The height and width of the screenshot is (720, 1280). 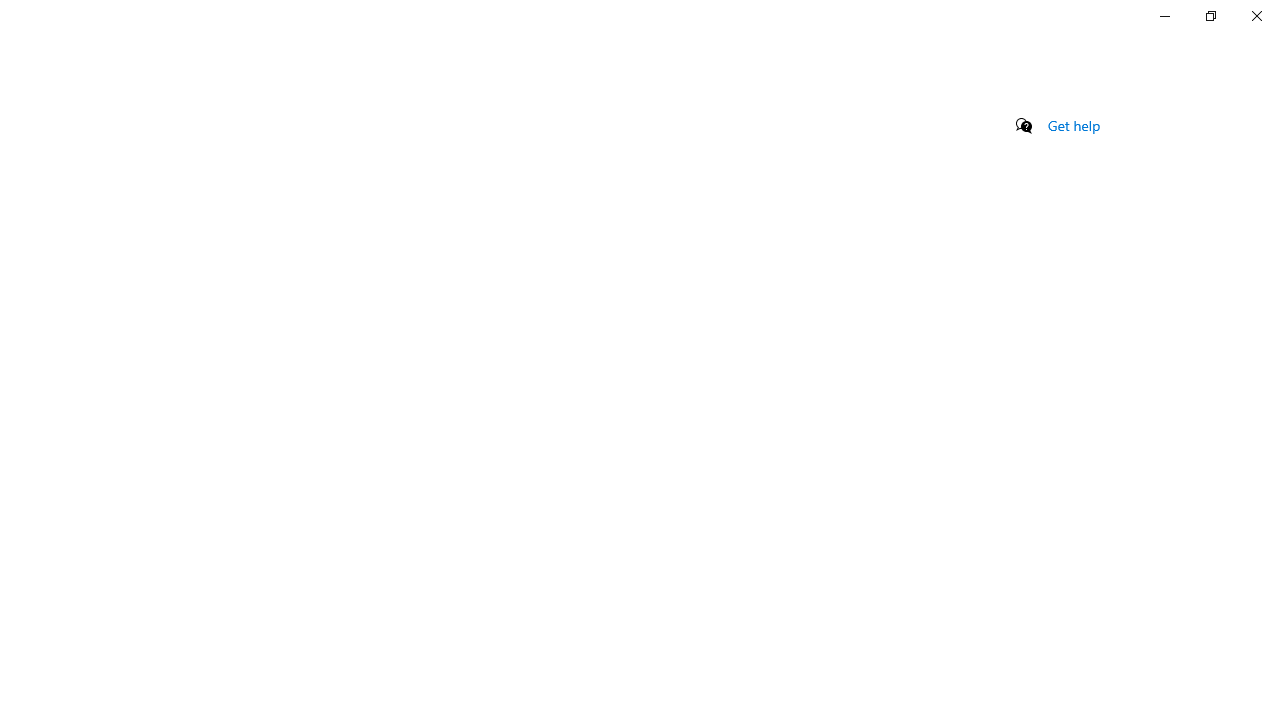 What do you see at coordinates (1209, 15) in the screenshot?
I see `'Restore Settings'` at bounding box center [1209, 15].